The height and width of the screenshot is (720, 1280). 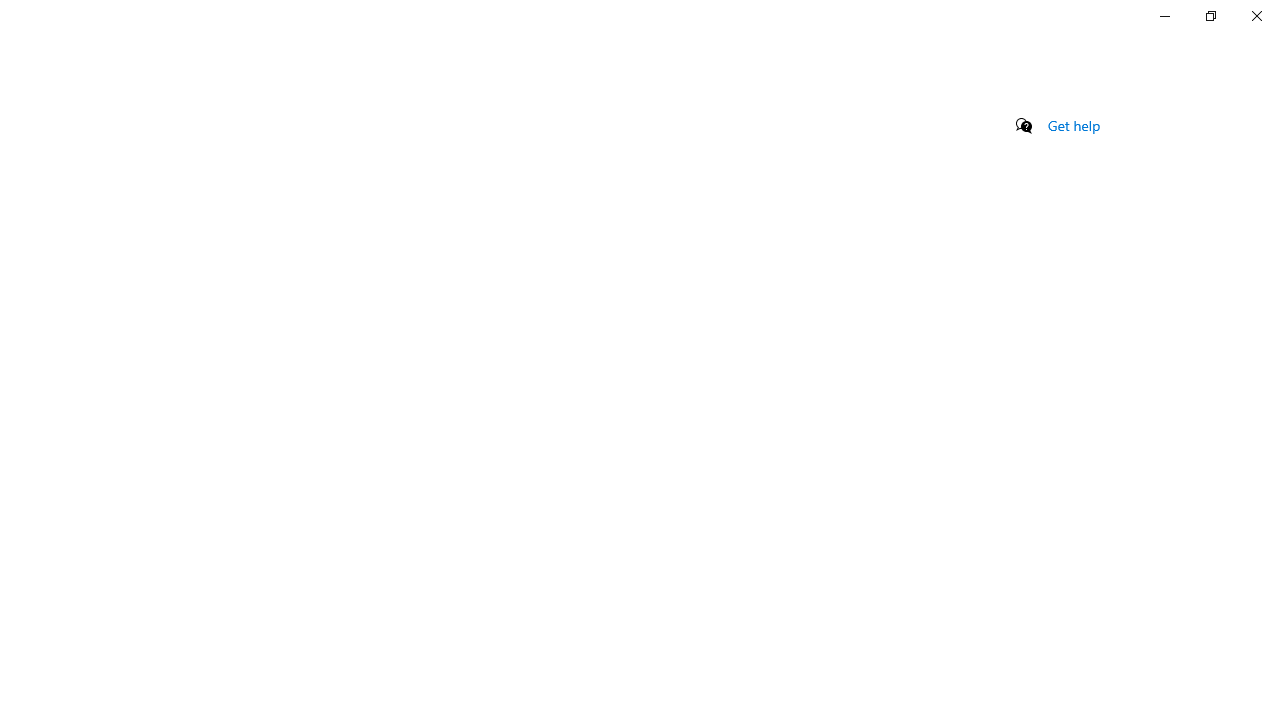 What do you see at coordinates (1209, 15) in the screenshot?
I see `'Restore Settings'` at bounding box center [1209, 15].